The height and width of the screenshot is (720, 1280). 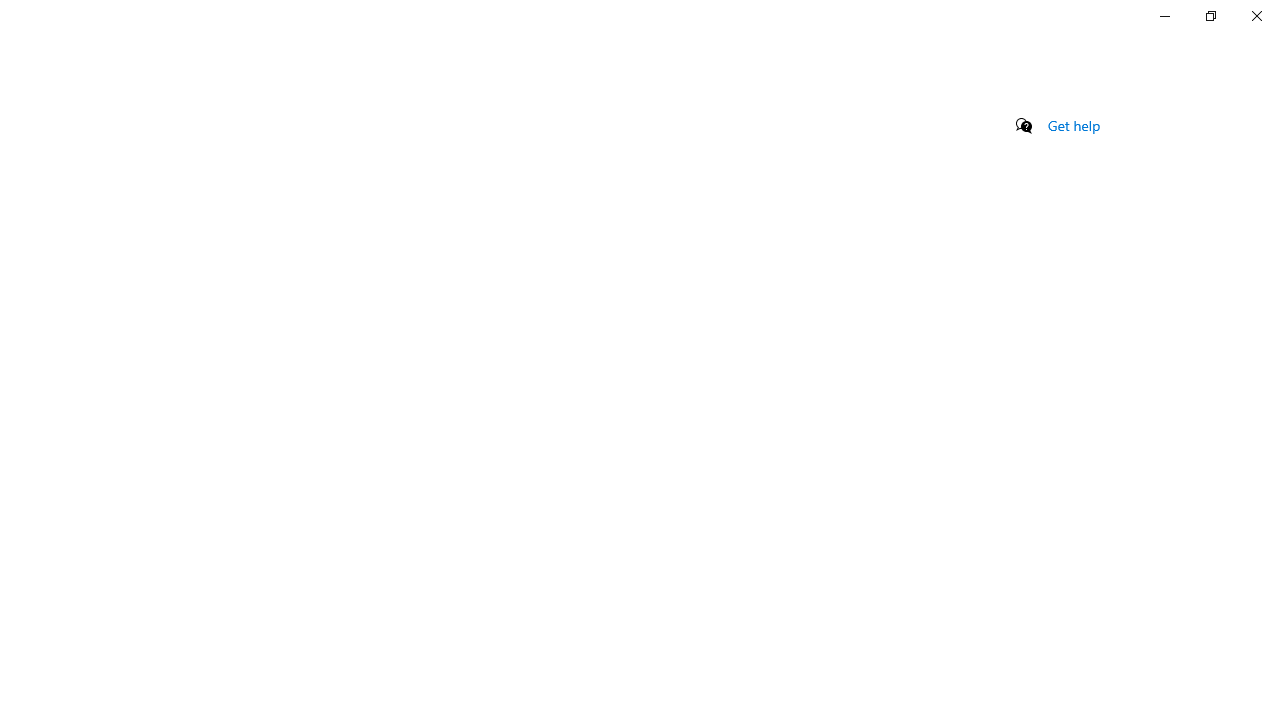 What do you see at coordinates (1209, 15) in the screenshot?
I see `'Restore Settings'` at bounding box center [1209, 15].